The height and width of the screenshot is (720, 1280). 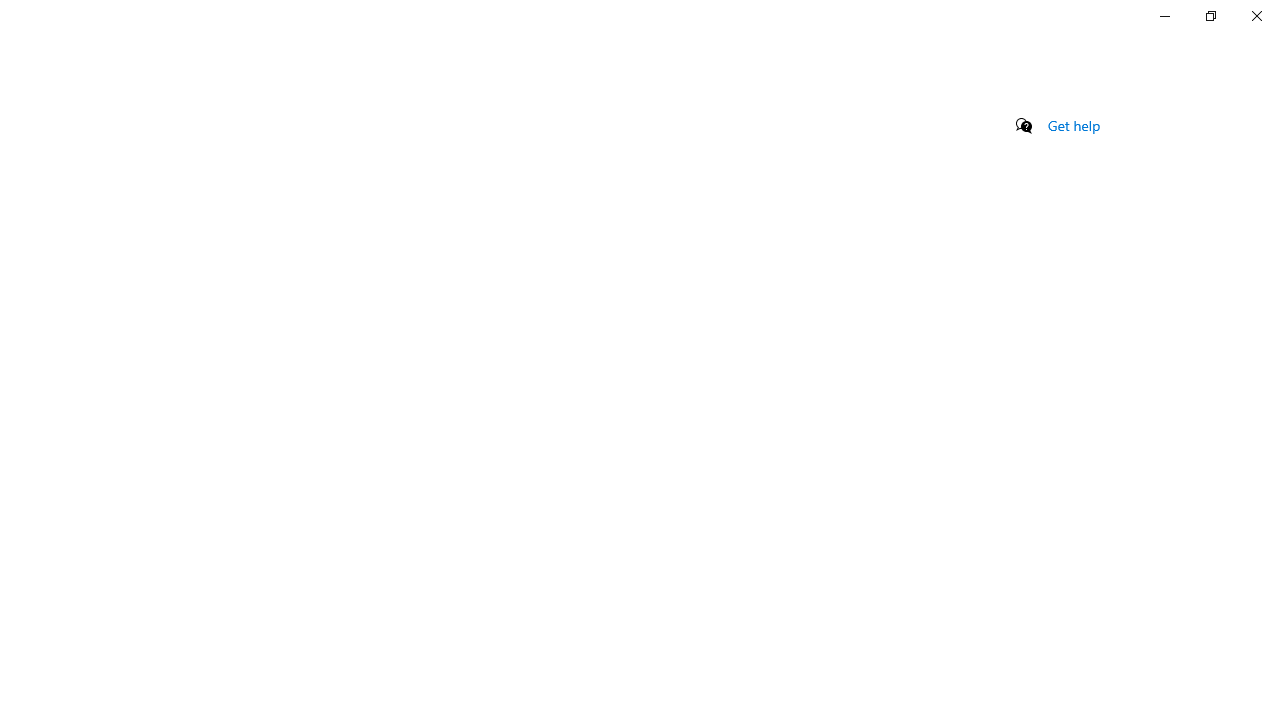 What do you see at coordinates (1209, 15) in the screenshot?
I see `'Restore Settings'` at bounding box center [1209, 15].